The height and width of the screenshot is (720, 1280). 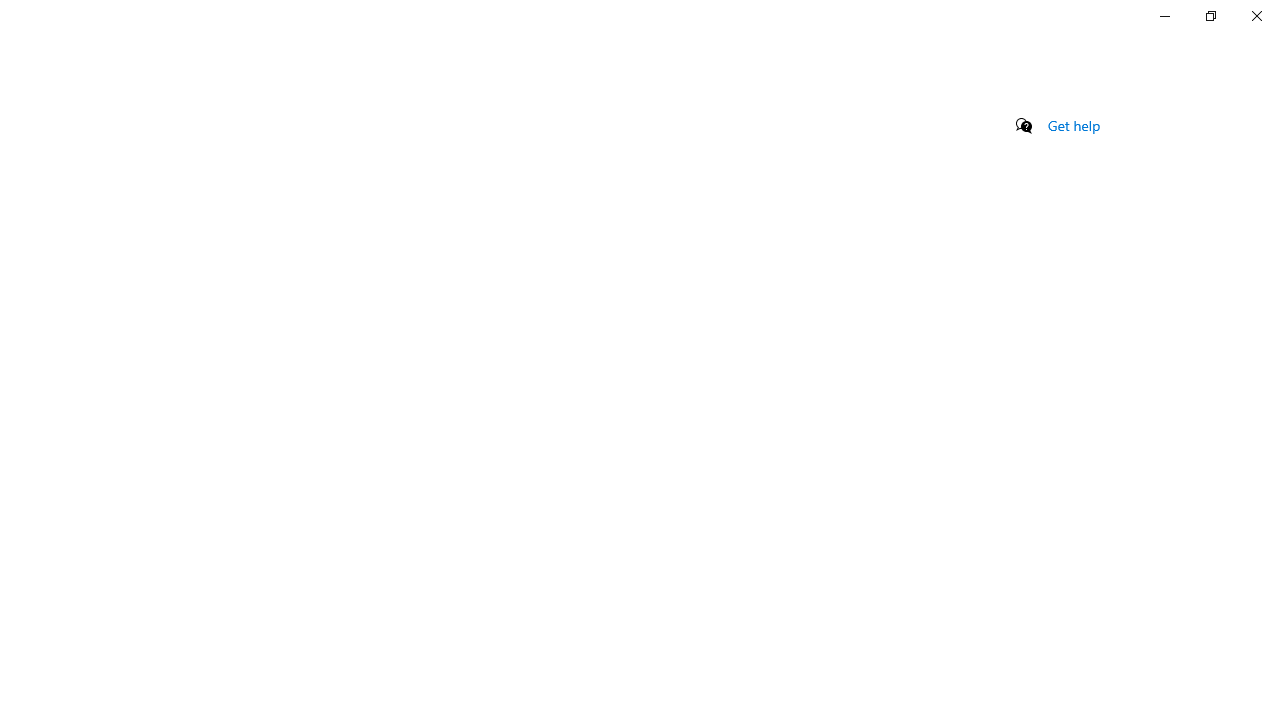 What do you see at coordinates (1209, 15) in the screenshot?
I see `'Restore Settings'` at bounding box center [1209, 15].